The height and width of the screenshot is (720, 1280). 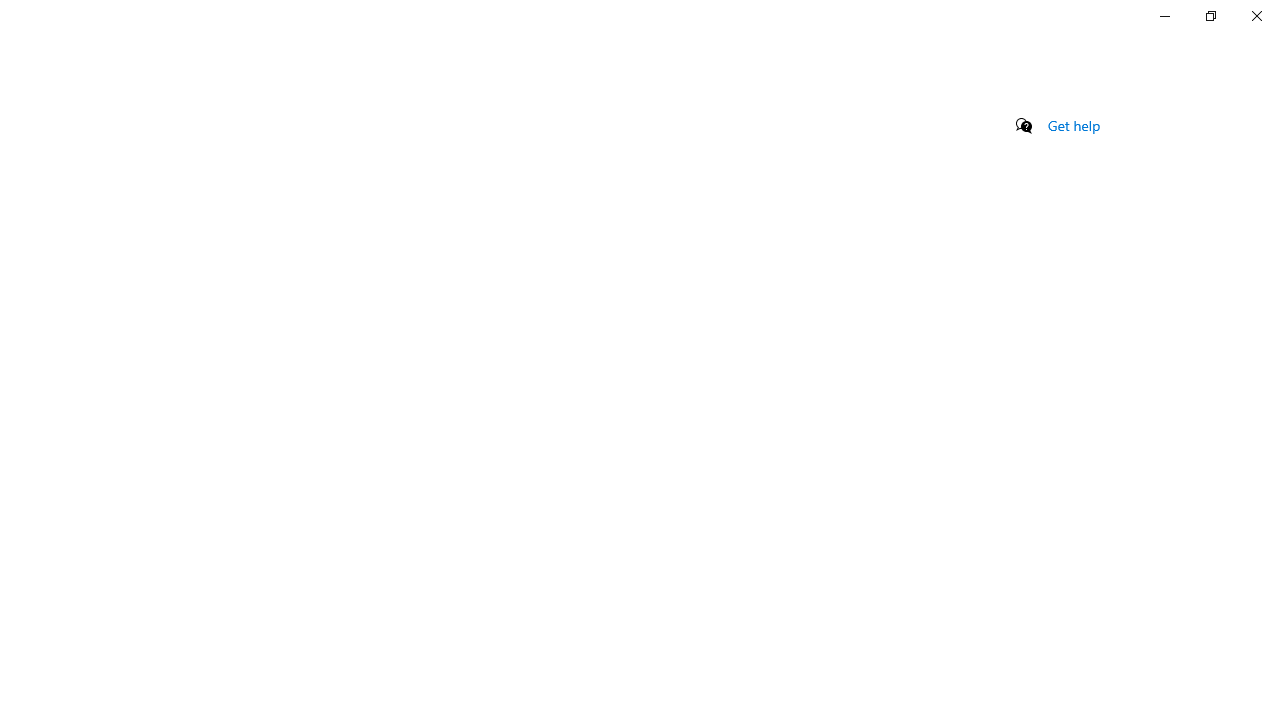 What do you see at coordinates (1209, 15) in the screenshot?
I see `'Restore Settings'` at bounding box center [1209, 15].